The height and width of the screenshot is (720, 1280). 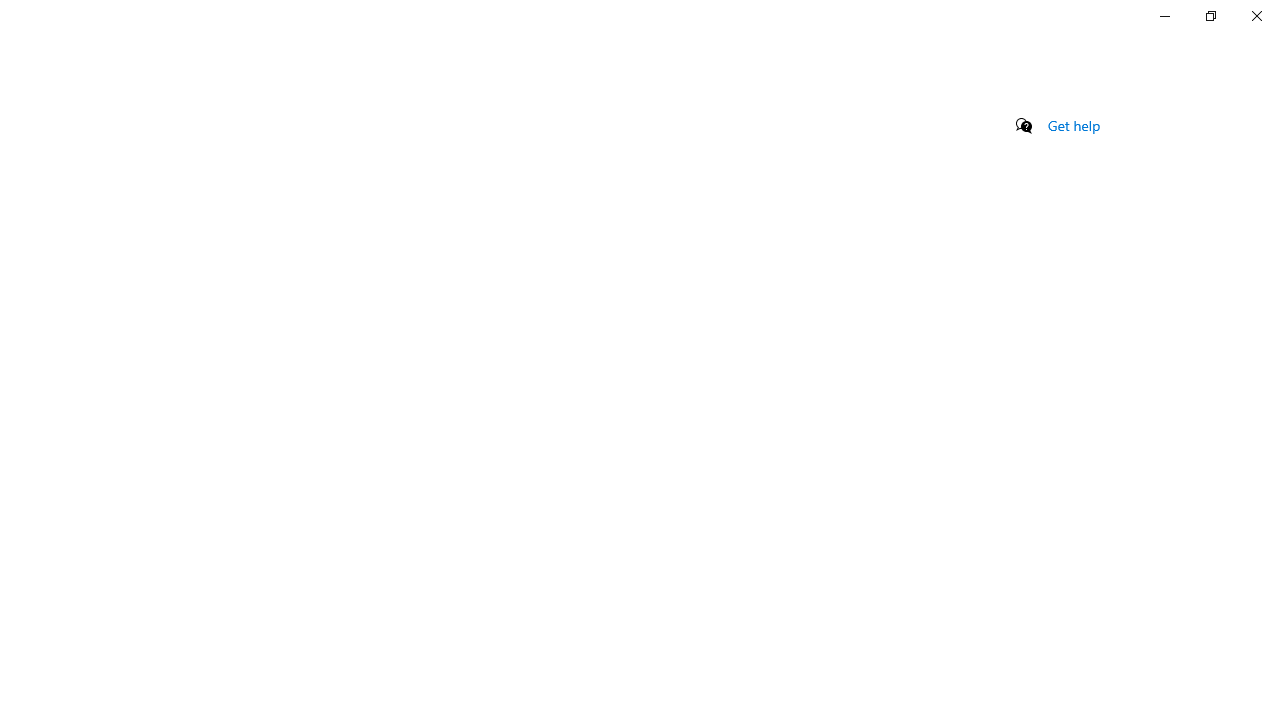 What do you see at coordinates (1209, 15) in the screenshot?
I see `'Restore Settings'` at bounding box center [1209, 15].